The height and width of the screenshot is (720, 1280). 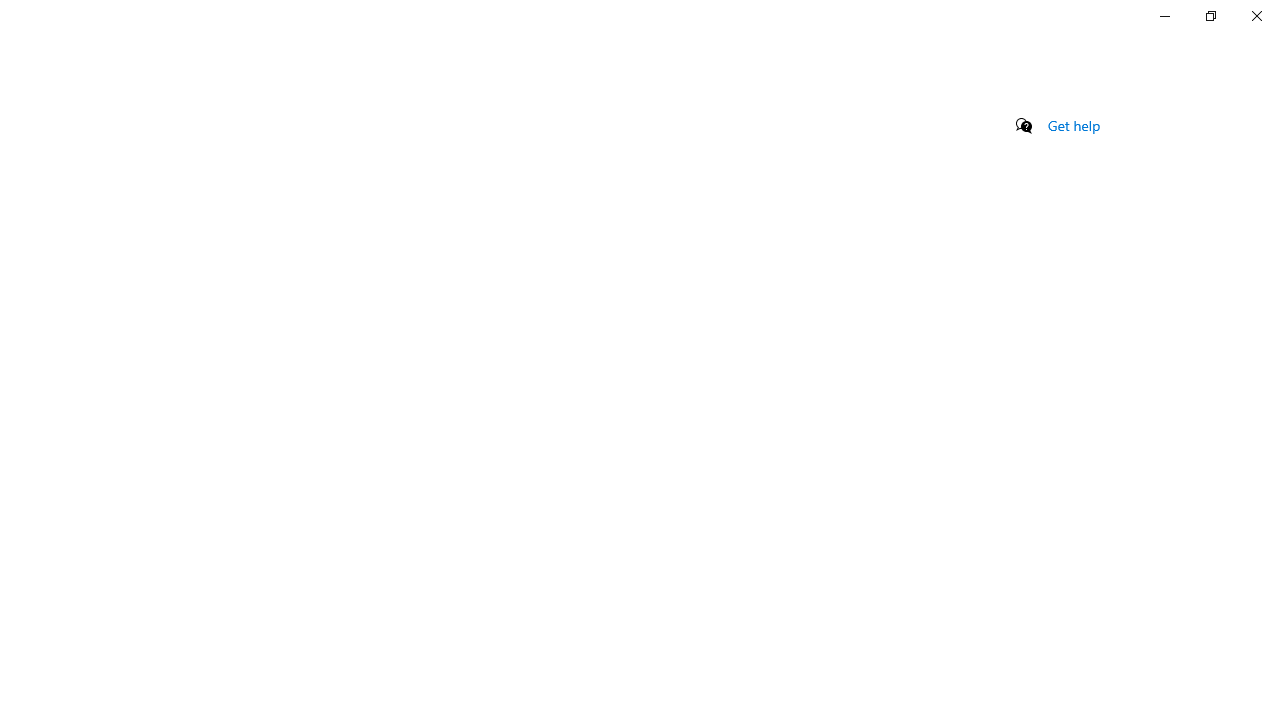 What do you see at coordinates (1209, 15) in the screenshot?
I see `'Restore Settings'` at bounding box center [1209, 15].